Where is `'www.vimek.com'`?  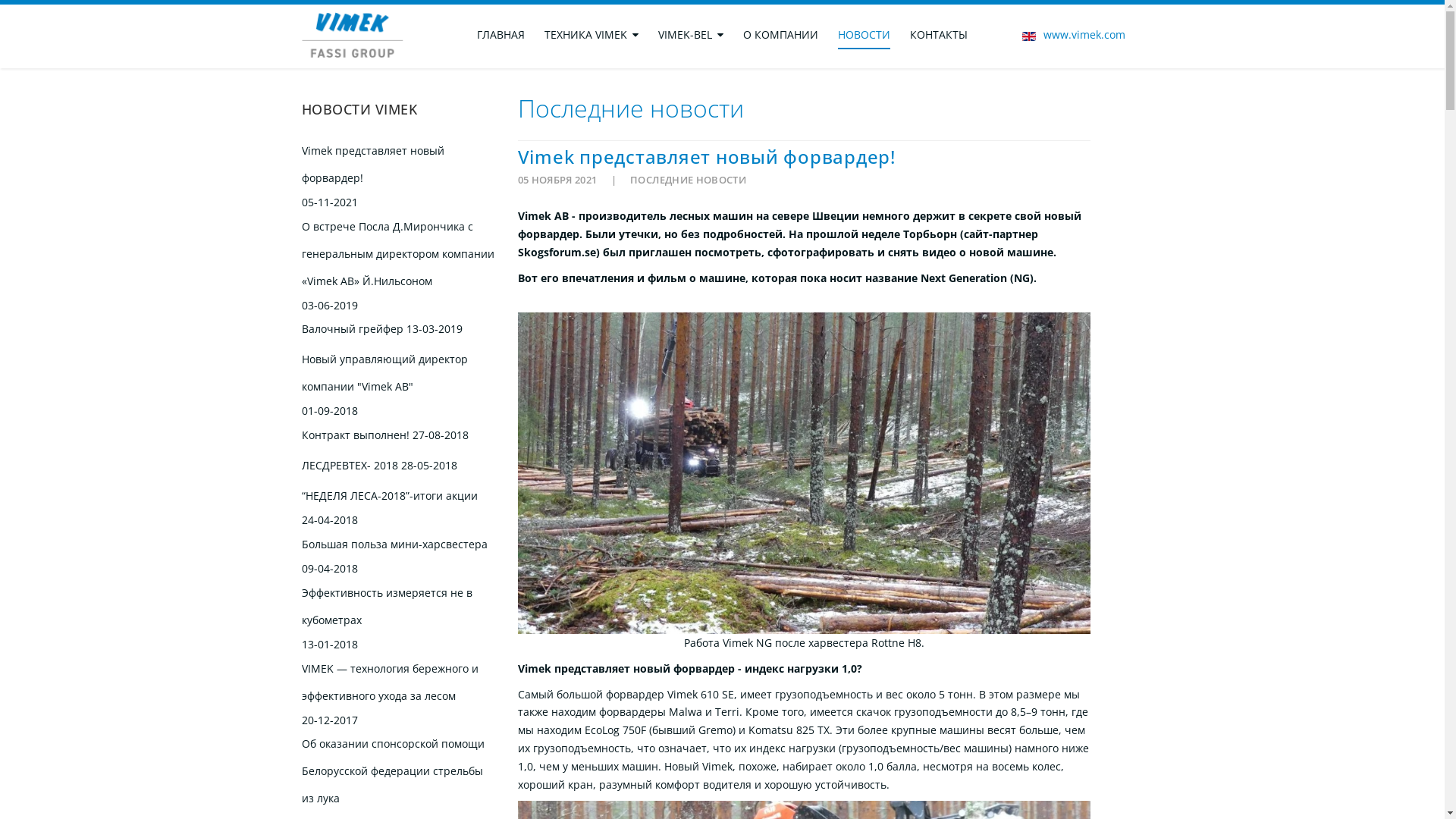
'www.vimek.com' is located at coordinates (1043, 34).